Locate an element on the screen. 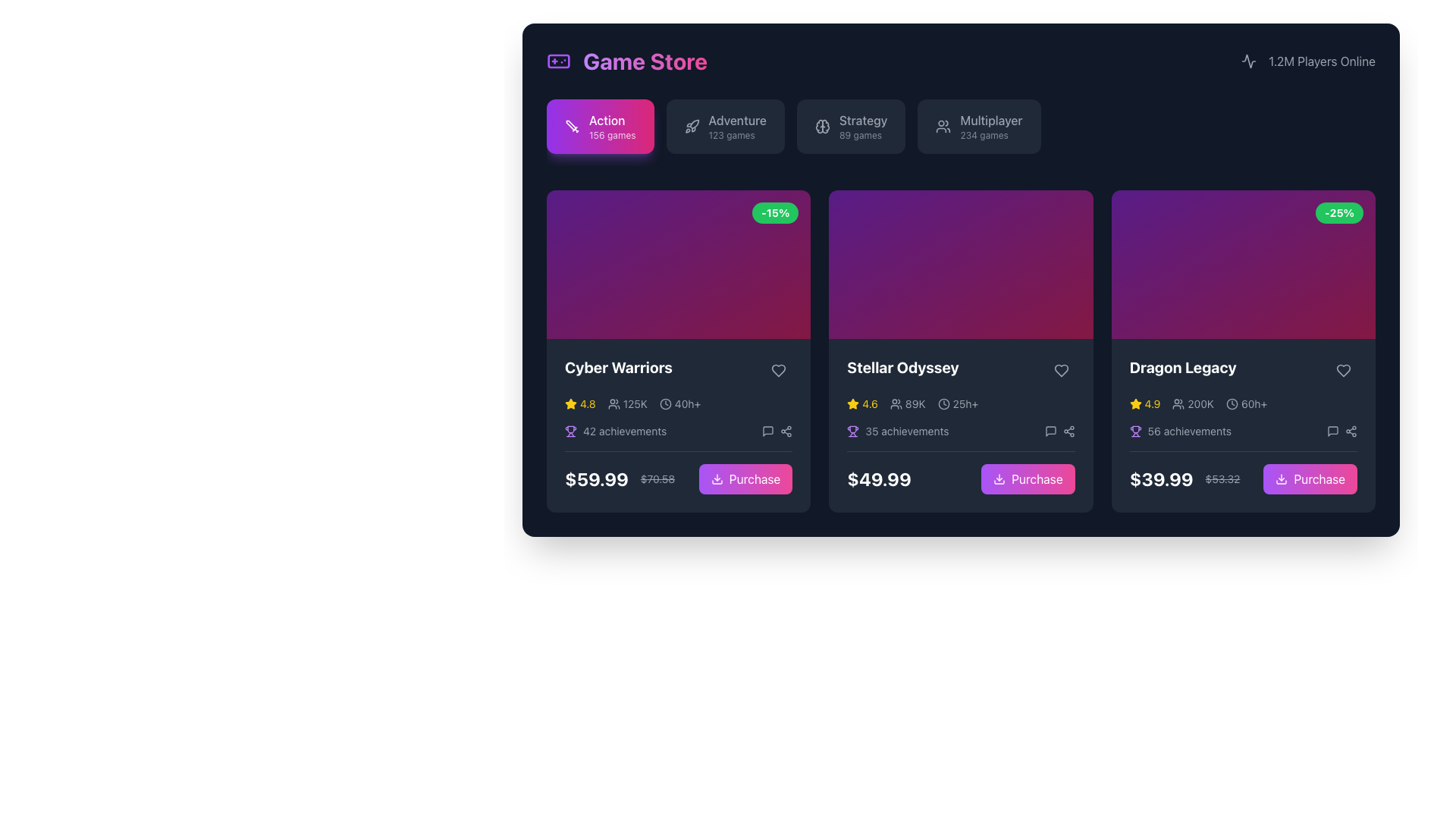  the 'Adventure' games label located at the top center of the navigation bar, which is positioned above the '123 games' label is located at coordinates (737, 119).